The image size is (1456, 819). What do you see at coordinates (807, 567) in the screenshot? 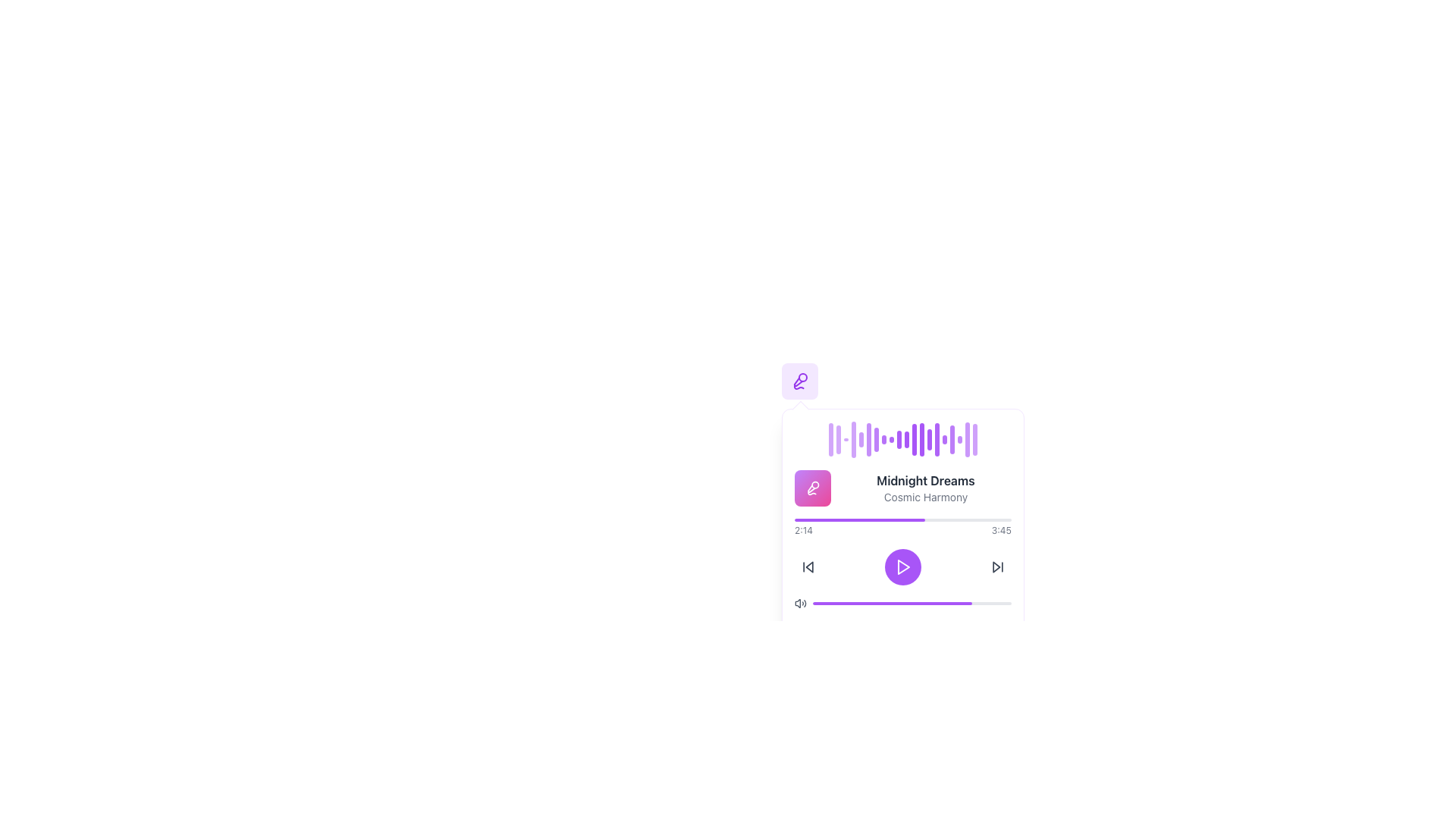
I see `the skip backward button located on the left side of the playback control section, immediately to the left of the larger play button` at bounding box center [807, 567].